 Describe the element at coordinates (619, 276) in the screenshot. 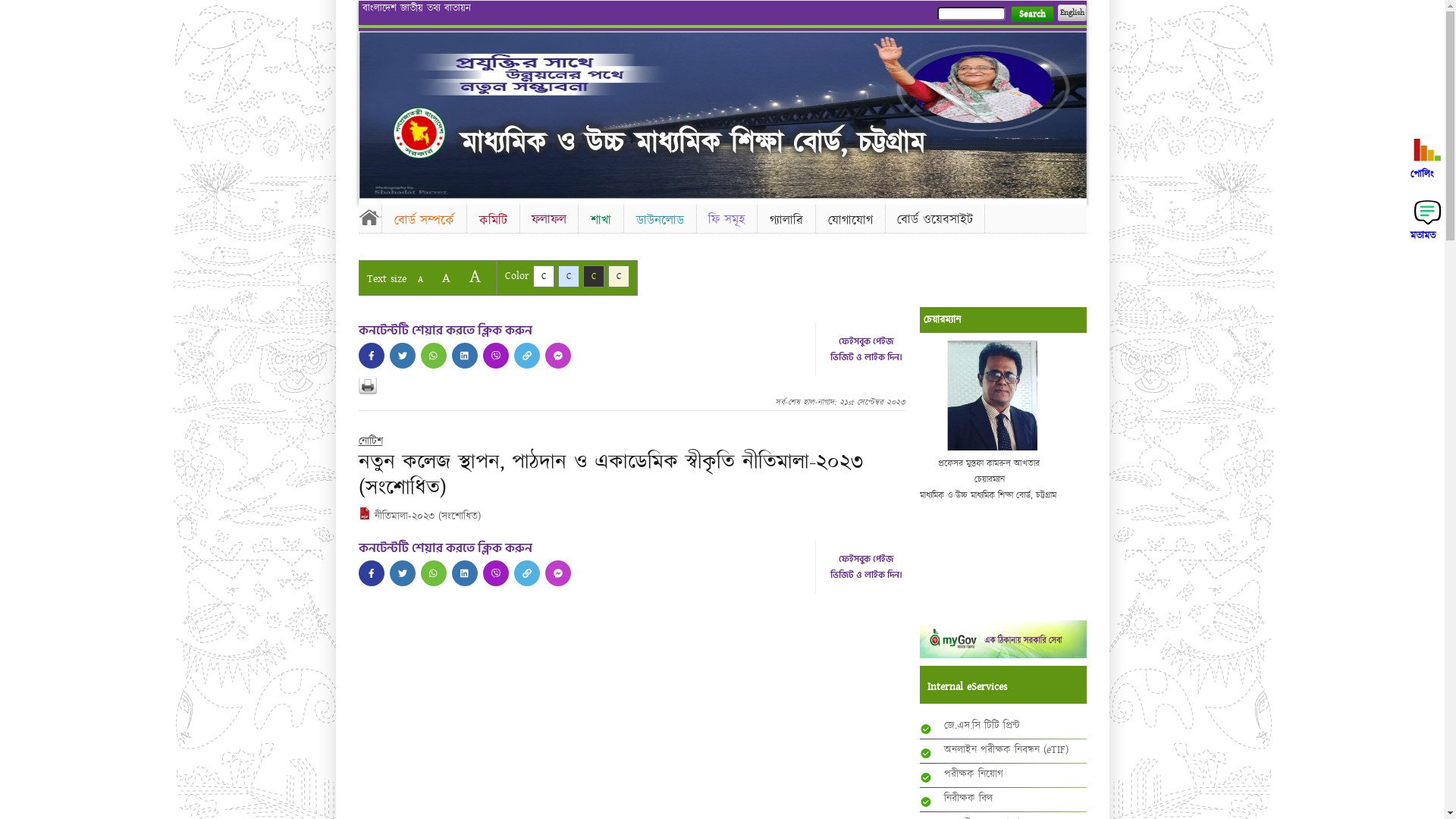

I see `'C'` at that location.